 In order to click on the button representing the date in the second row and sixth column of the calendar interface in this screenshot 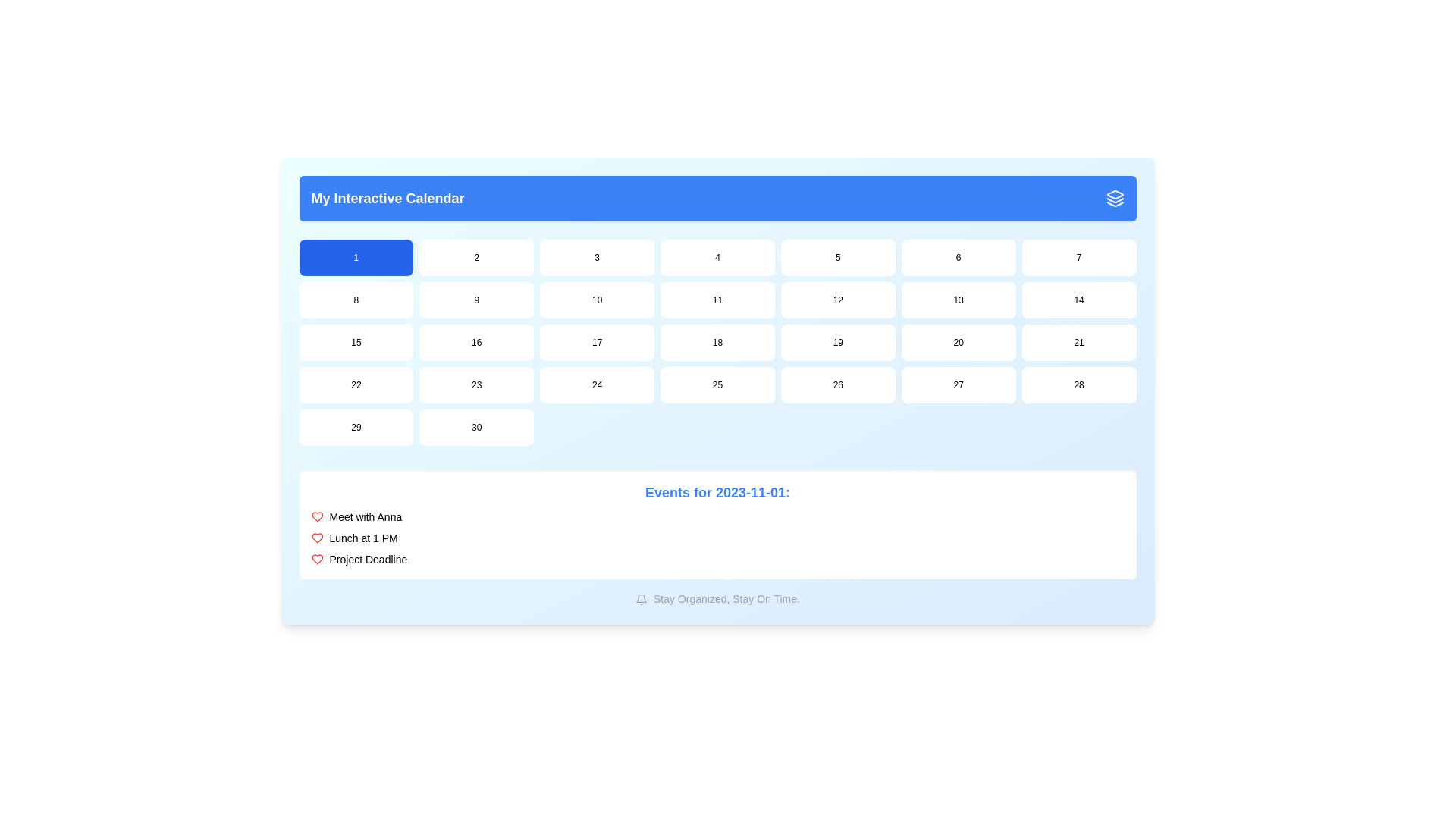, I will do `click(958, 300)`.